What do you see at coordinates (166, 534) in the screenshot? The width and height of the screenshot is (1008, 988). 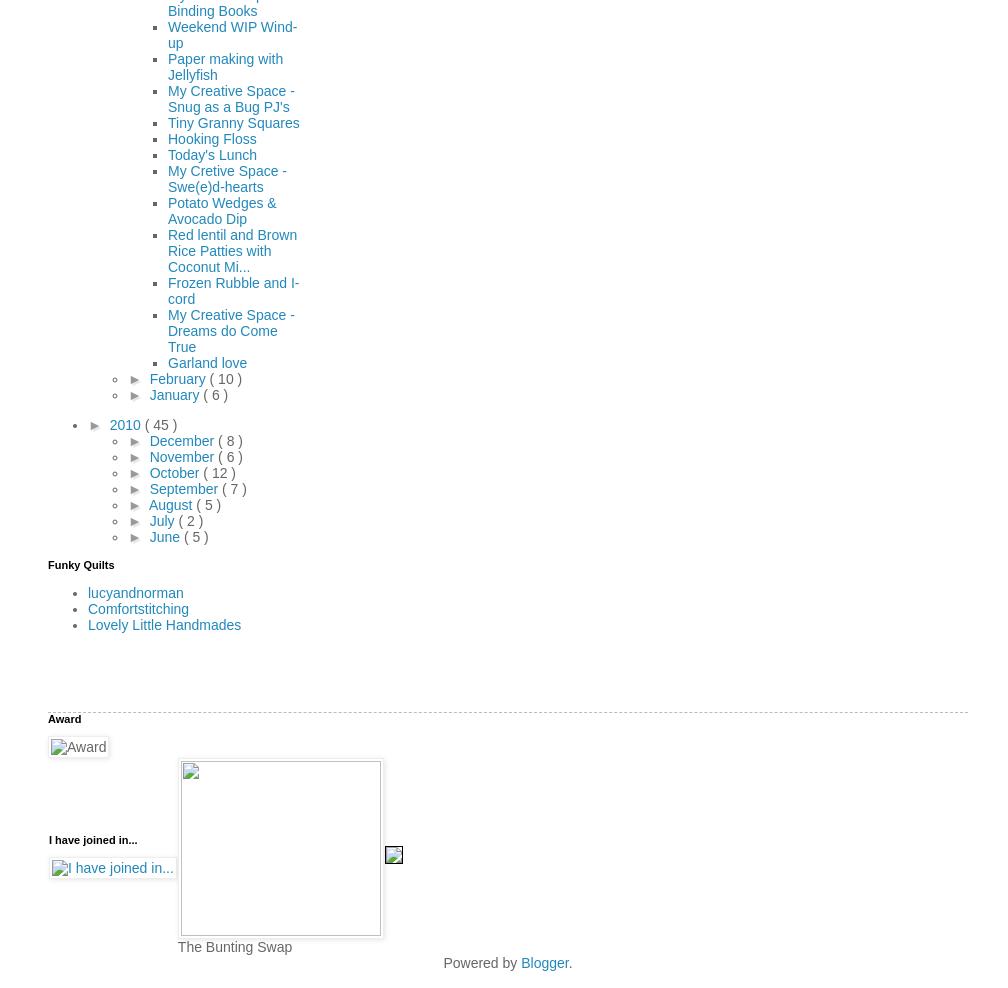 I see `'June'` at bounding box center [166, 534].